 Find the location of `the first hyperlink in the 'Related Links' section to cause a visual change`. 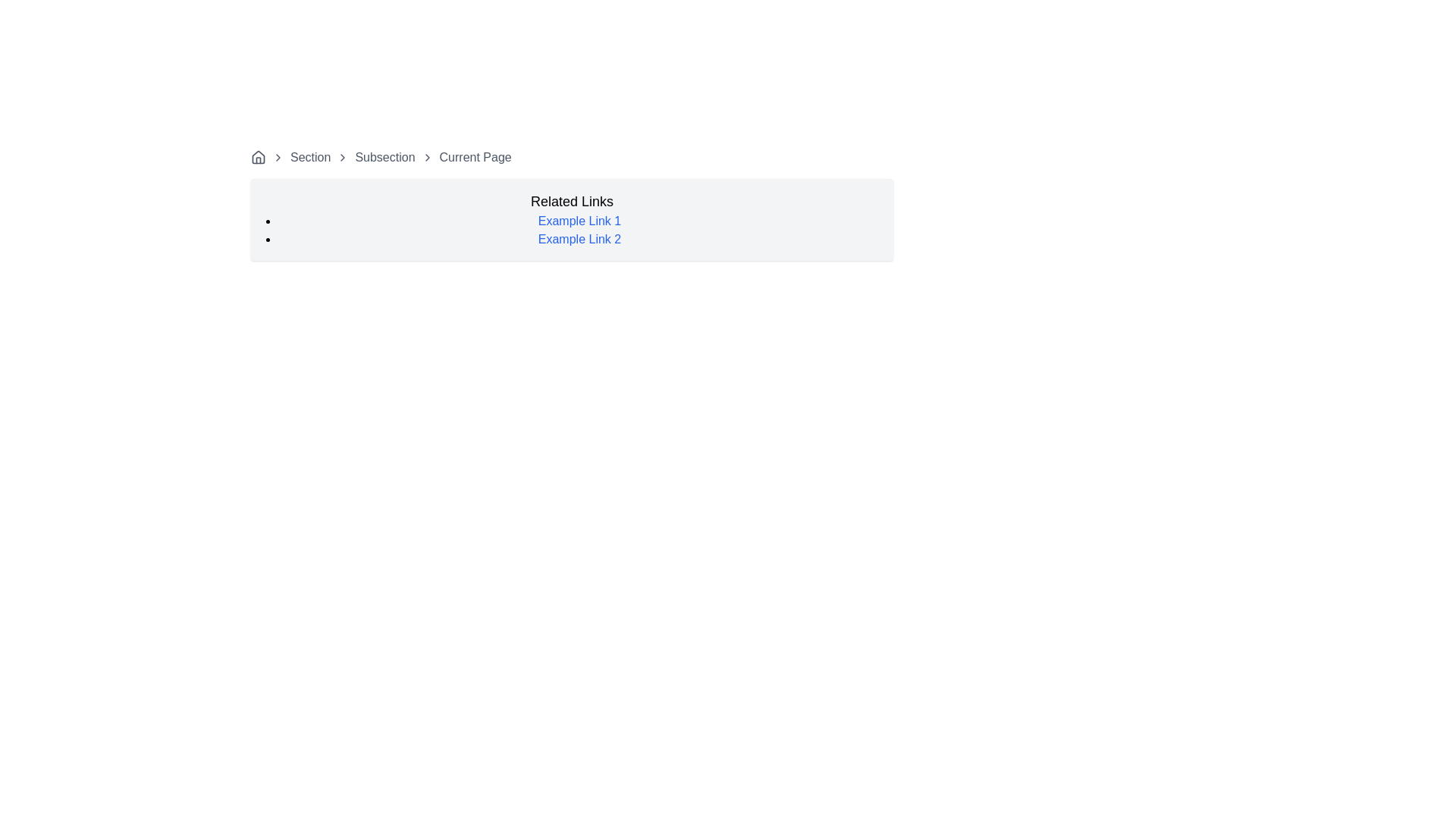

the first hyperlink in the 'Related Links' section to cause a visual change is located at coordinates (579, 221).